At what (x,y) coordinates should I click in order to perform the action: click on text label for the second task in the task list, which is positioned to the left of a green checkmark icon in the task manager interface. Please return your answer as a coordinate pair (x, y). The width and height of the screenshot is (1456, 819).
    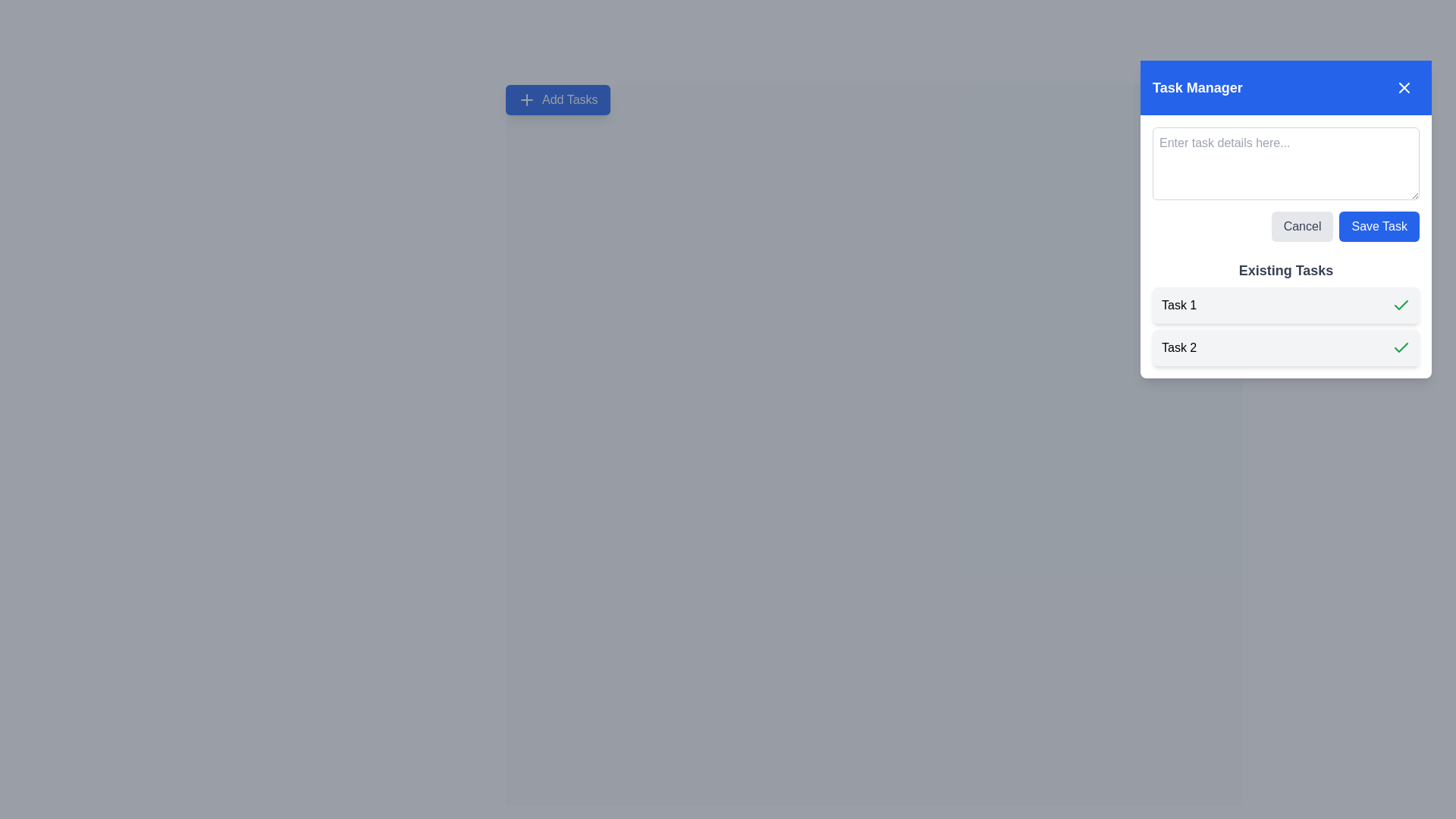
    Looking at the image, I should click on (1178, 348).